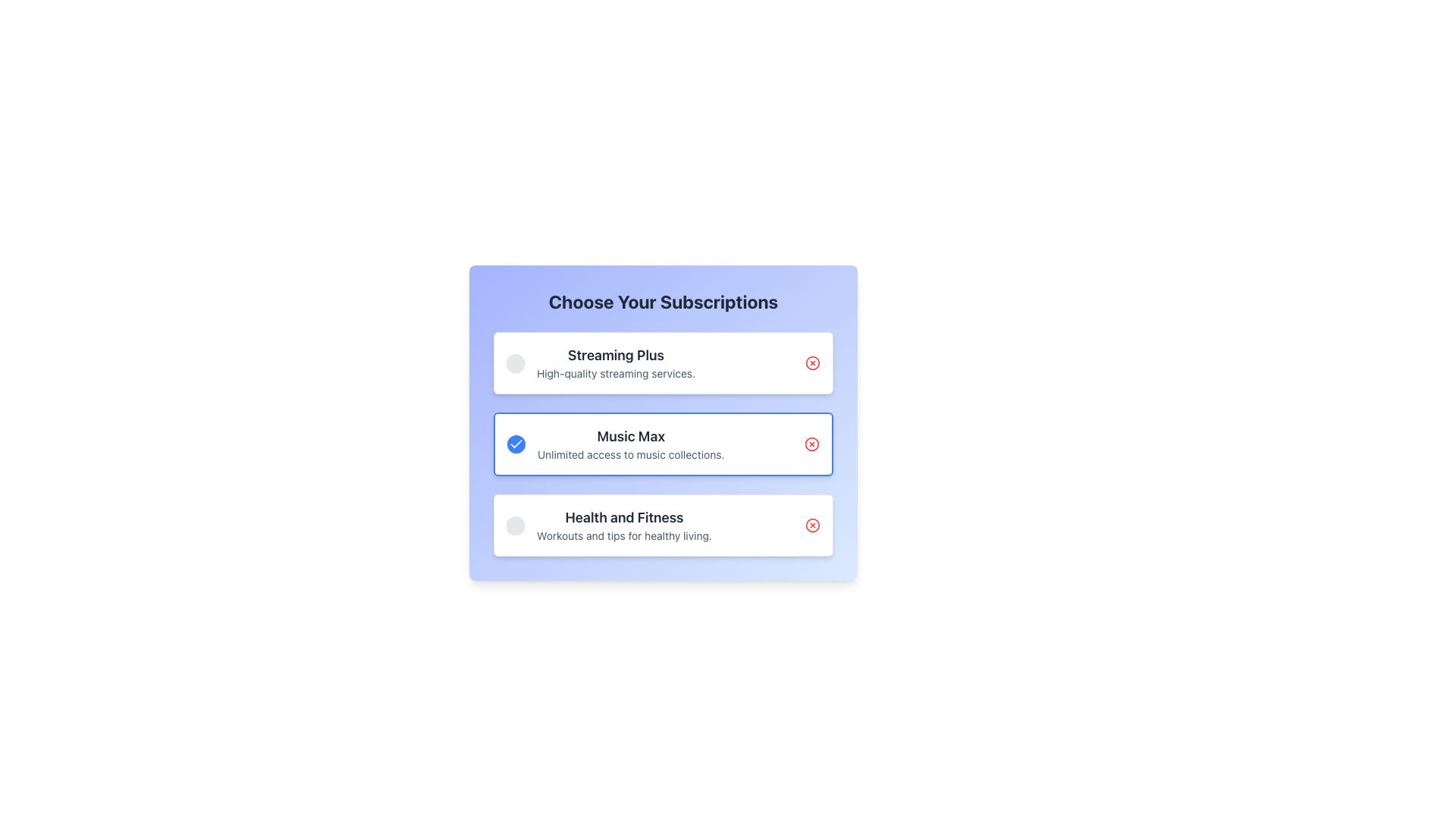 This screenshot has height=819, width=1456. What do you see at coordinates (811, 362) in the screenshot?
I see `the button located at the rightmost end of the card for the 'Streaming Plus' subscription` at bounding box center [811, 362].